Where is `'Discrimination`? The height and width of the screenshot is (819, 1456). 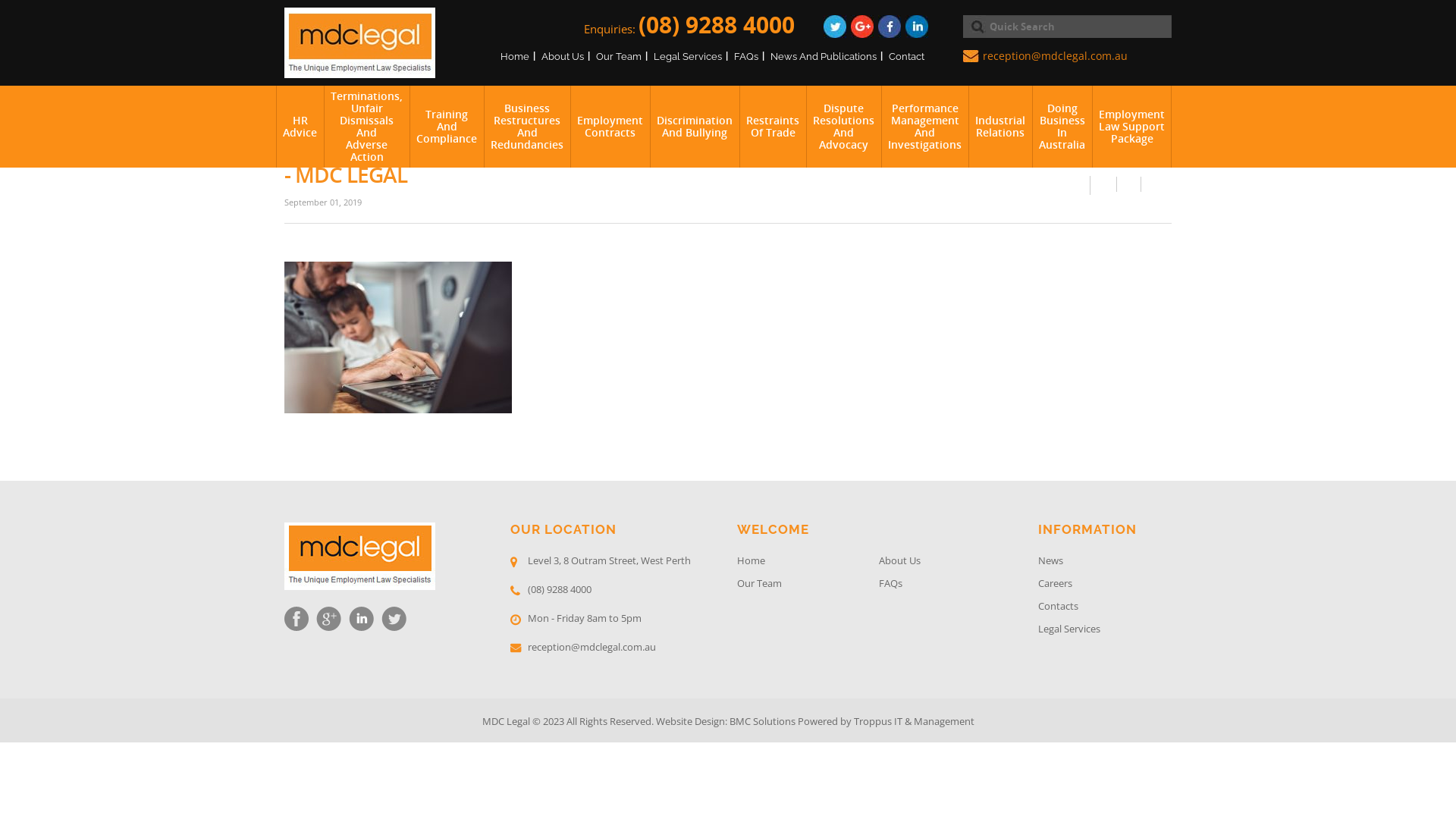 'Discrimination is located at coordinates (694, 125).